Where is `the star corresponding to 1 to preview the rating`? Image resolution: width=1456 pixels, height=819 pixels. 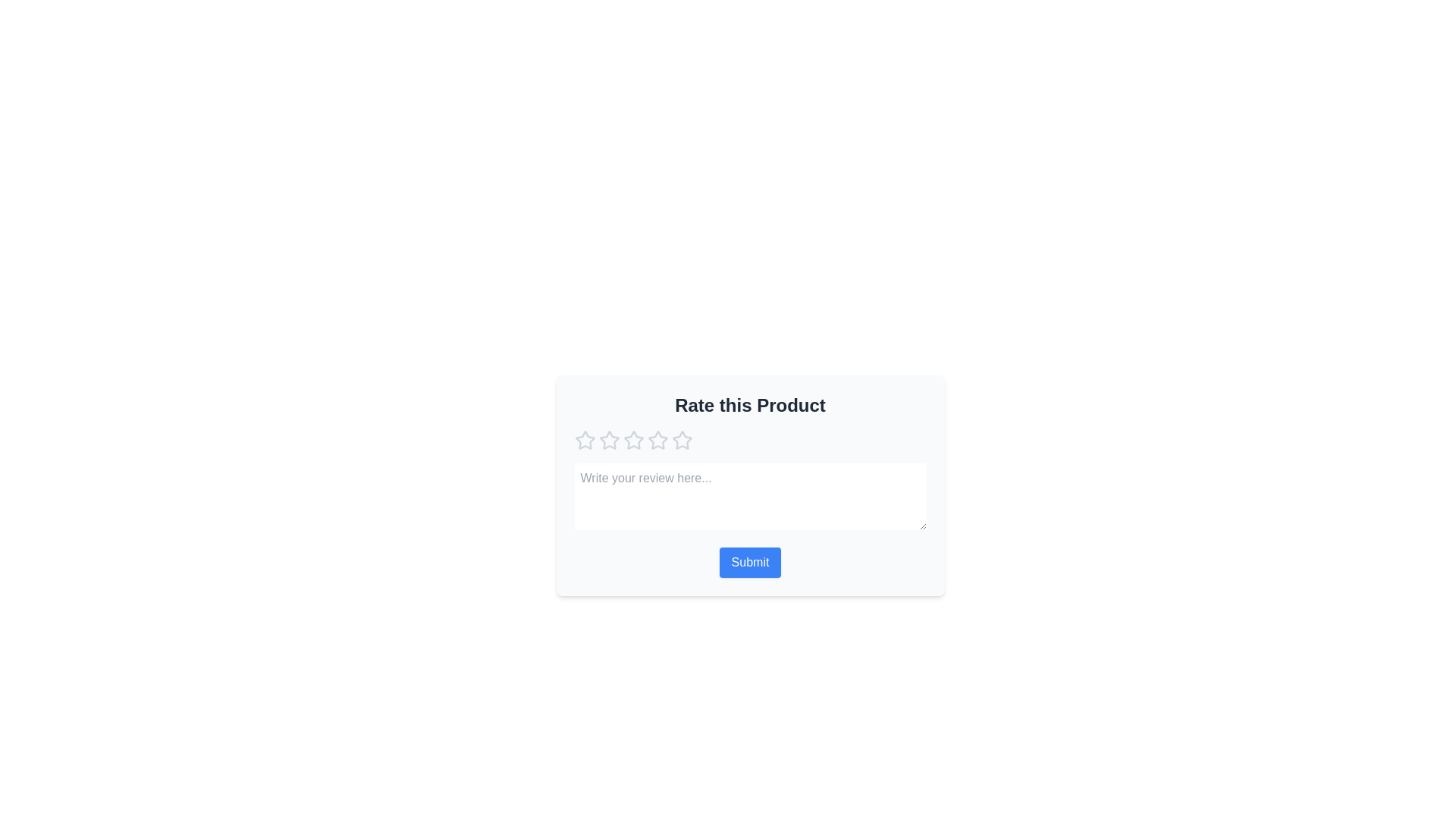 the star corresponding to 1 to preview the rating is located at coordinates (584, 441).